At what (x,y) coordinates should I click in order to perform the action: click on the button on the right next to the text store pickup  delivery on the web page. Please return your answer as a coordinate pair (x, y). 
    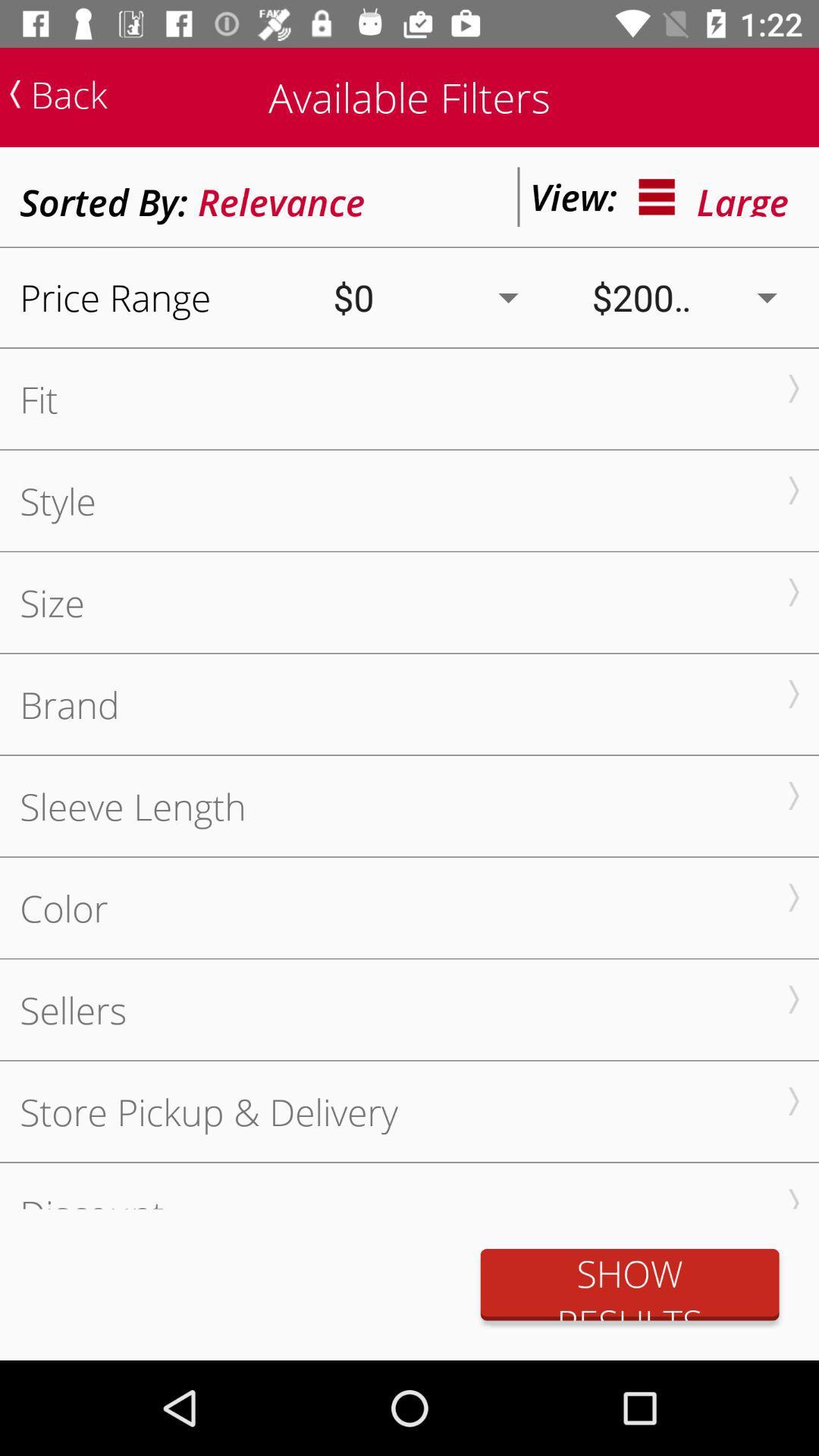
    Looking at the image, I should click on (792, 1101).